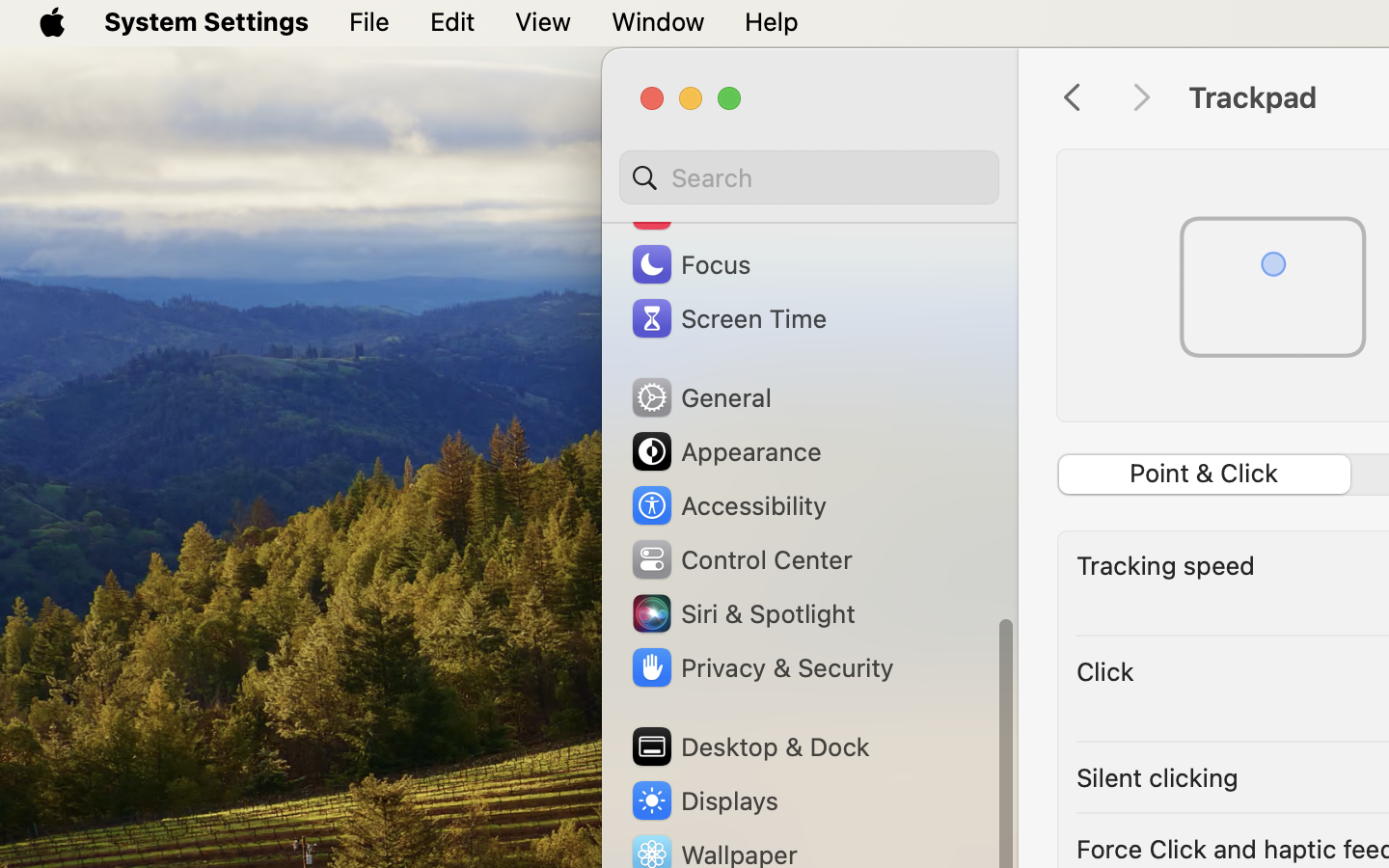  I want to click on 'General', so click(699, 397).